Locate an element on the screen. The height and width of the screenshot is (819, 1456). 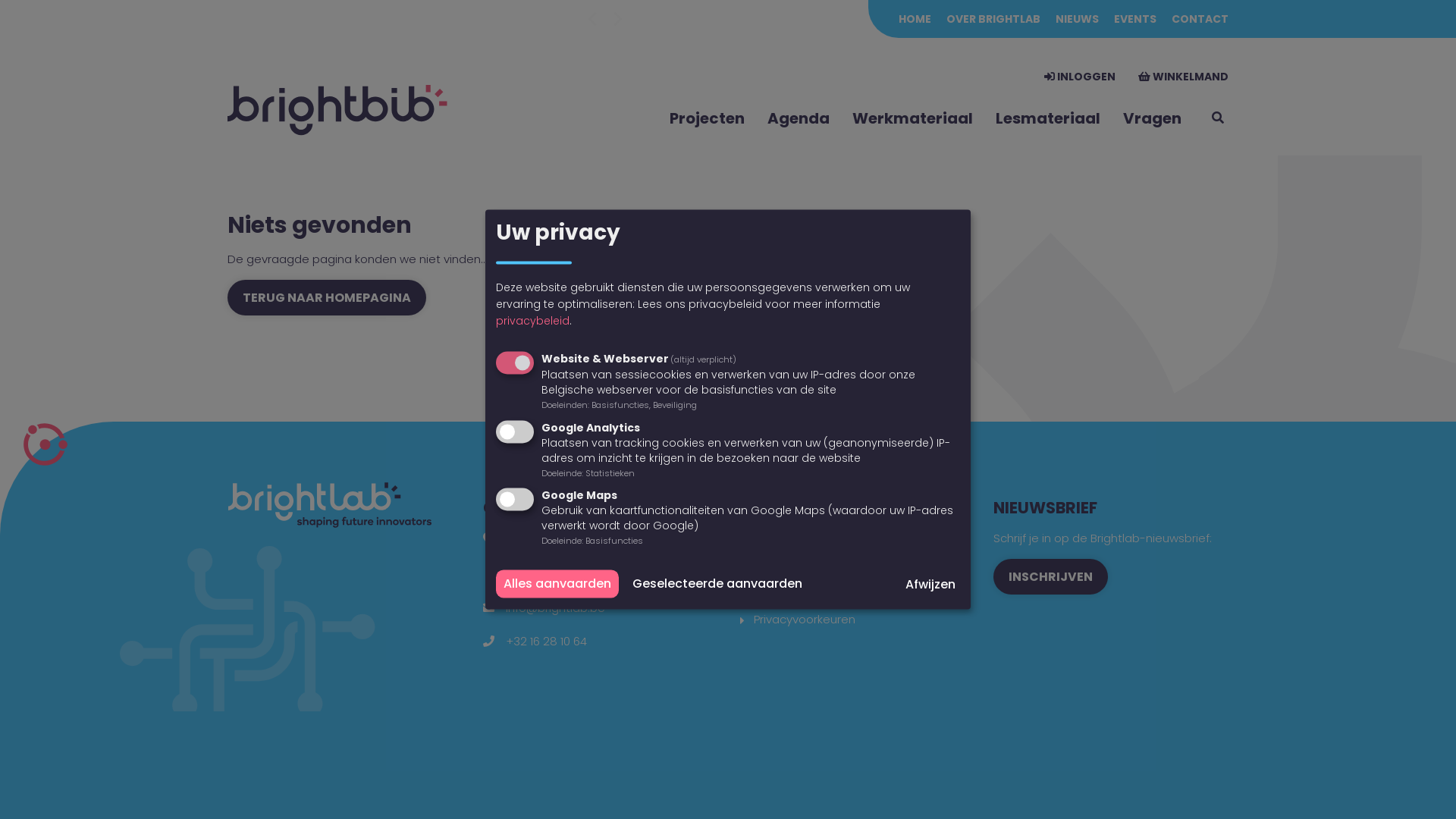
'TERUG NAAR HOMEPAGINA' is located at coordinates (326, 297).